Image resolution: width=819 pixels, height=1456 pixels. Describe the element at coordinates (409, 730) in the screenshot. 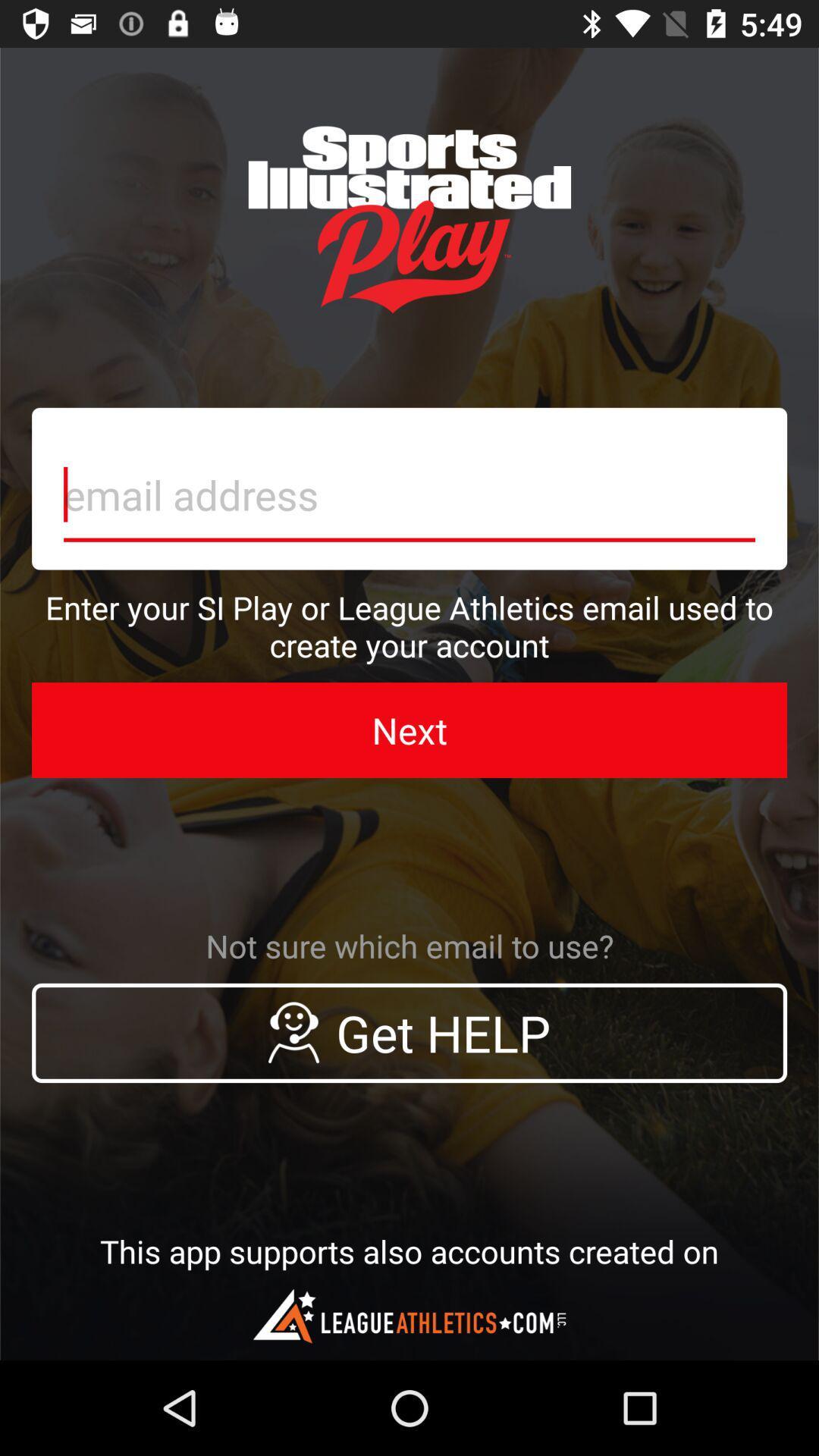

I see `the next icon` at that location.